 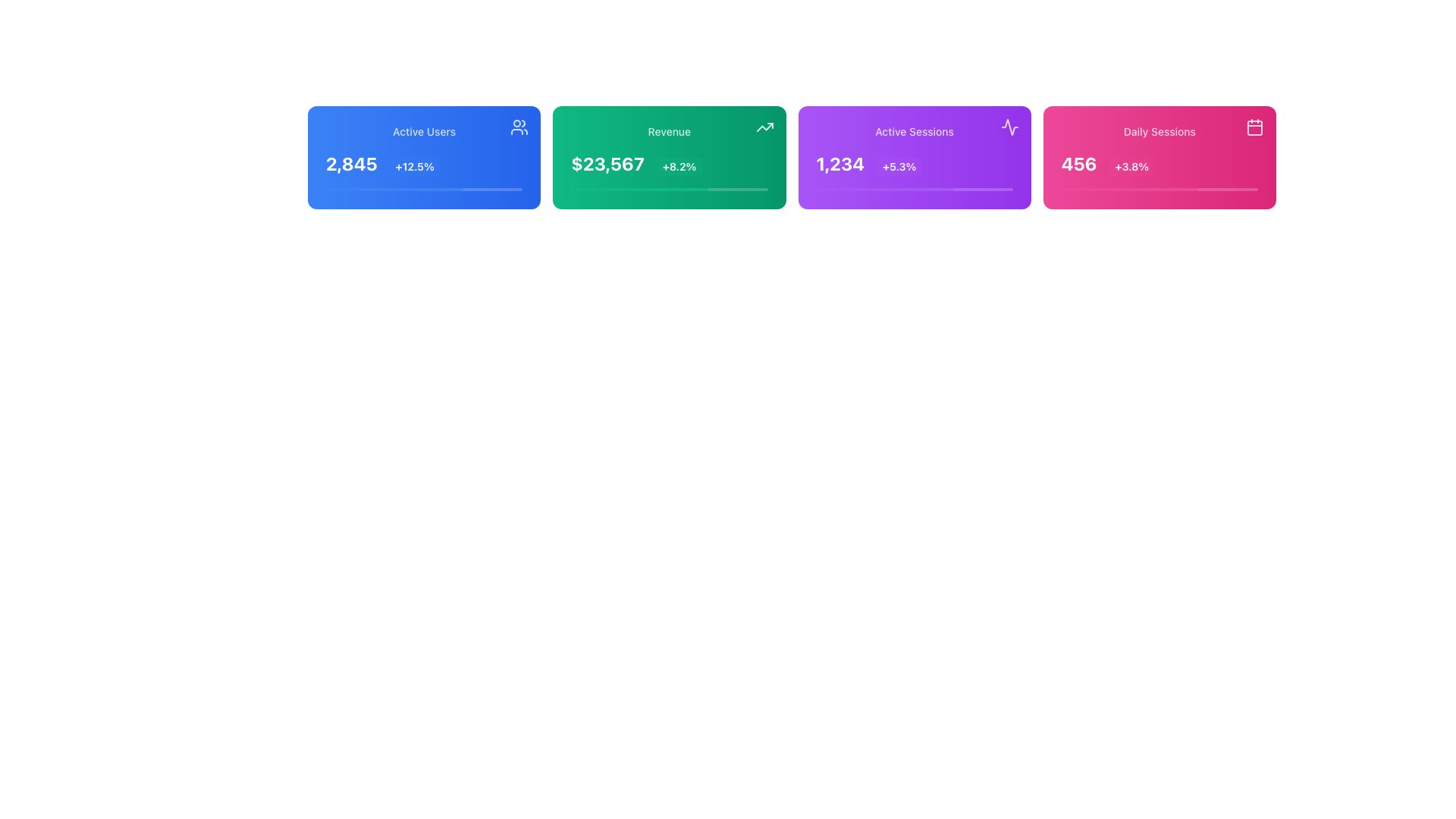 I want to click on progress bar indicating 'Active Users' located in the top left corner of the interface, horizontally centered in the lower third of the card, so click(x=394, y=189).